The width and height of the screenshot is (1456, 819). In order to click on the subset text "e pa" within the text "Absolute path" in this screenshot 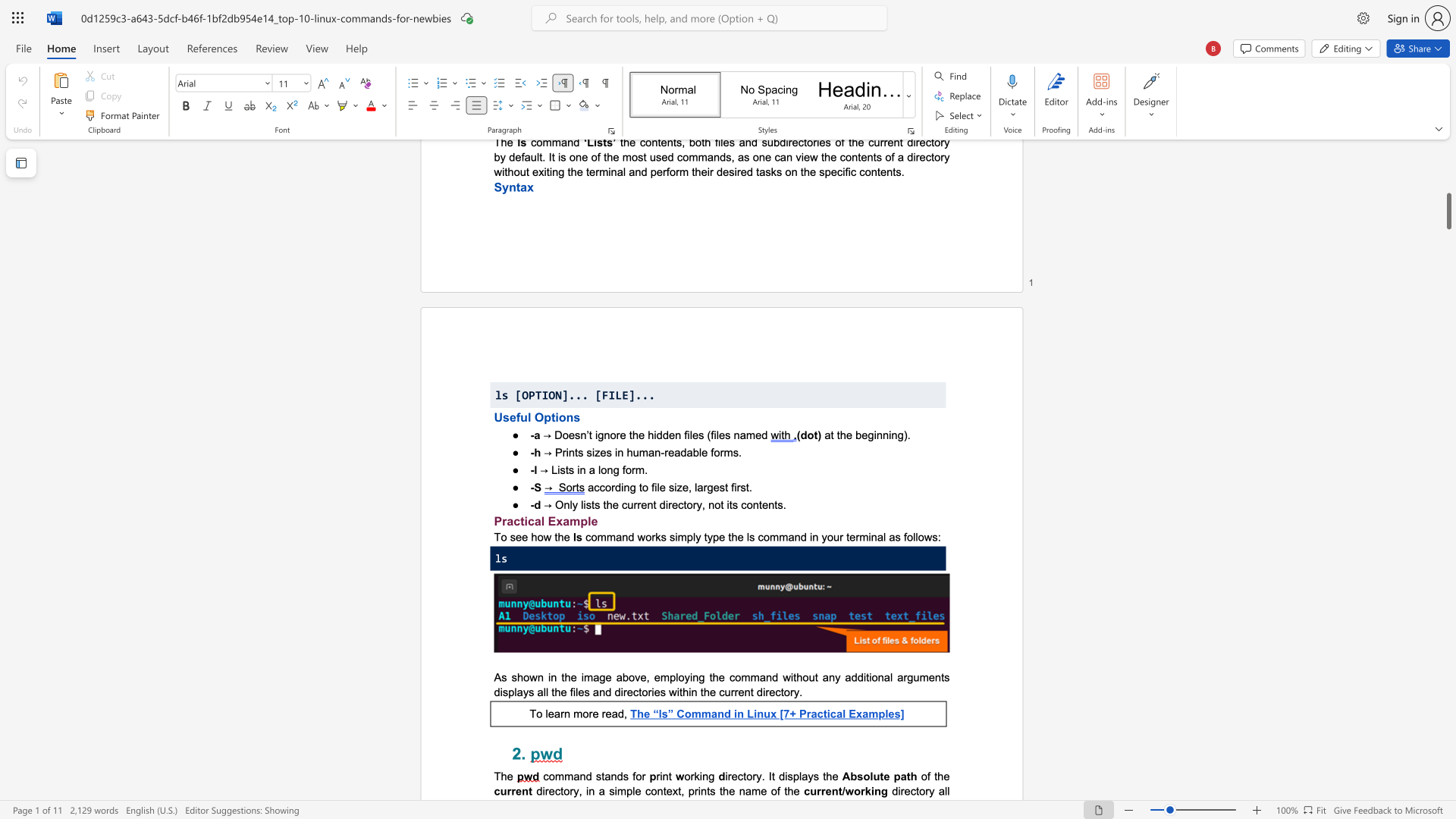, I will do `click(883, 776)`.